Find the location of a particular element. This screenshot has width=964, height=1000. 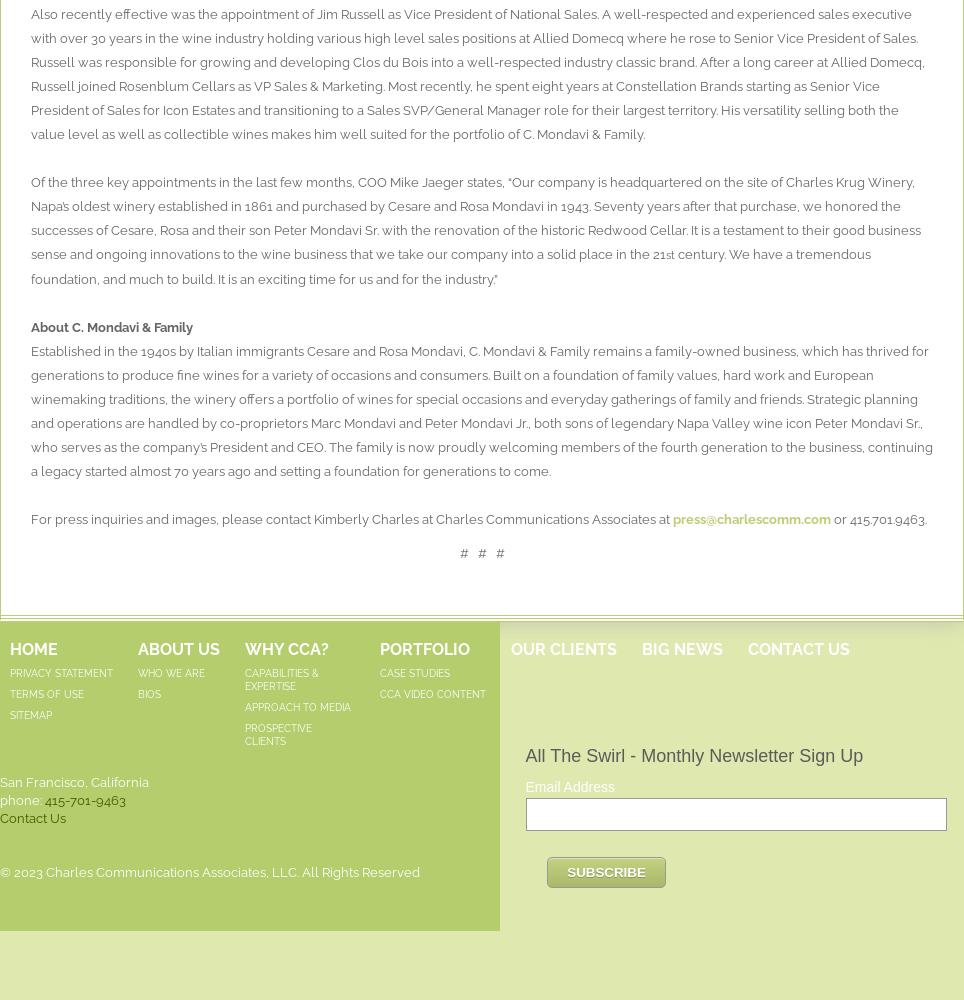

'phone:' is located at coordinates (0, 799).